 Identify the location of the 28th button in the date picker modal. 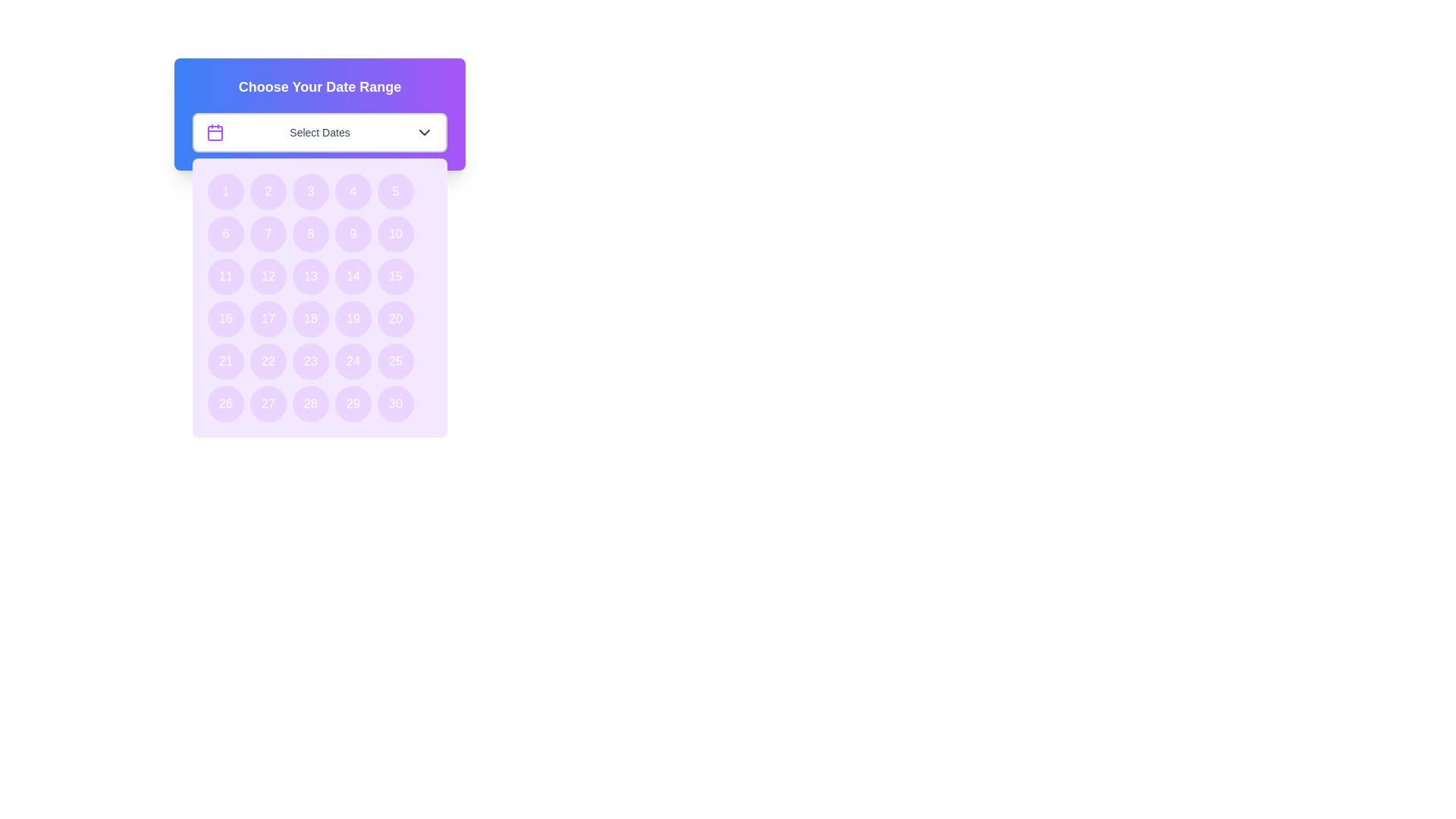
(309, 403).